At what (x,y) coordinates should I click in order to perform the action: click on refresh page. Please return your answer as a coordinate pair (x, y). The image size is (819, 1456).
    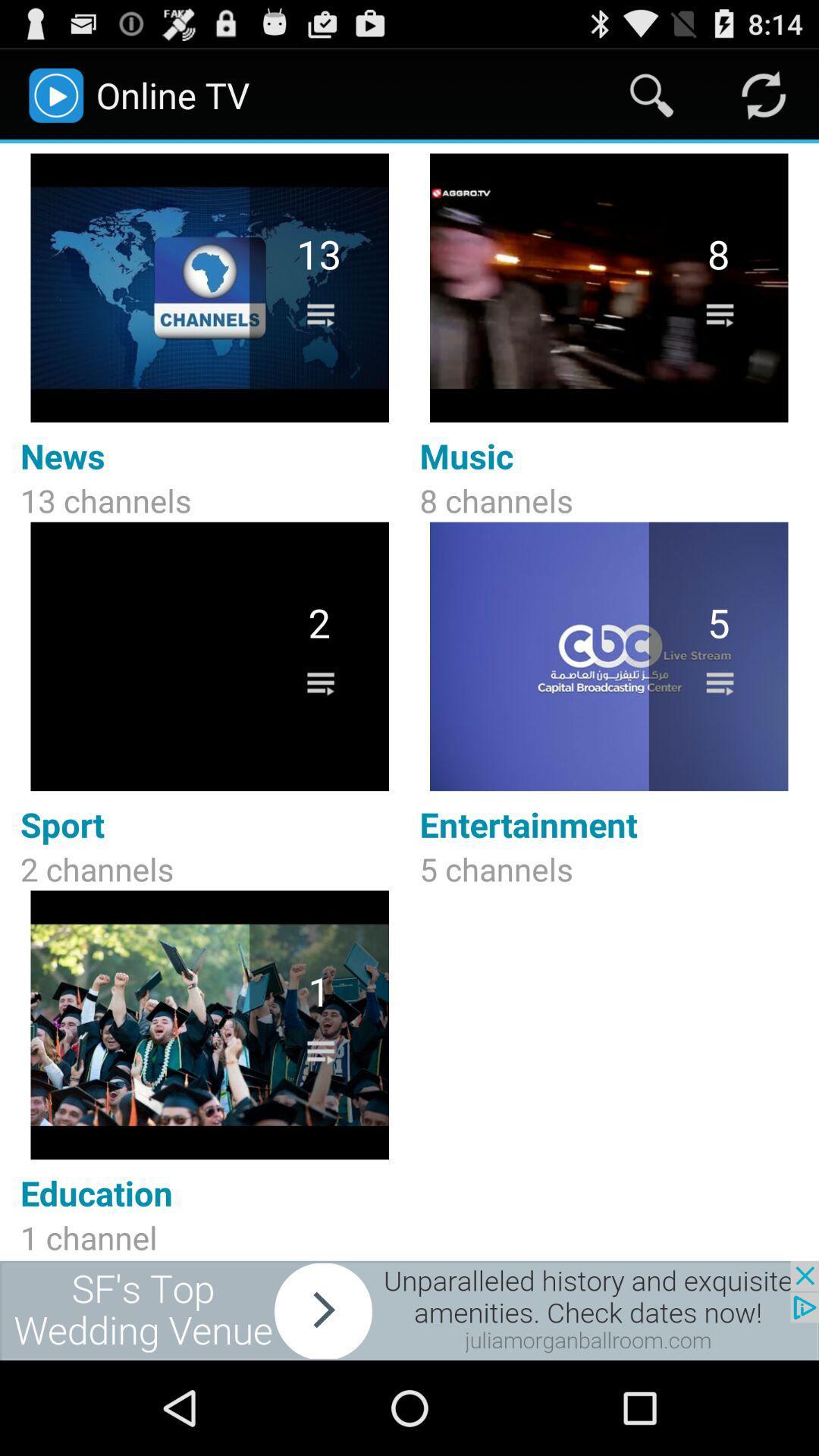
    Looking at the image, I should click on (763, 94).